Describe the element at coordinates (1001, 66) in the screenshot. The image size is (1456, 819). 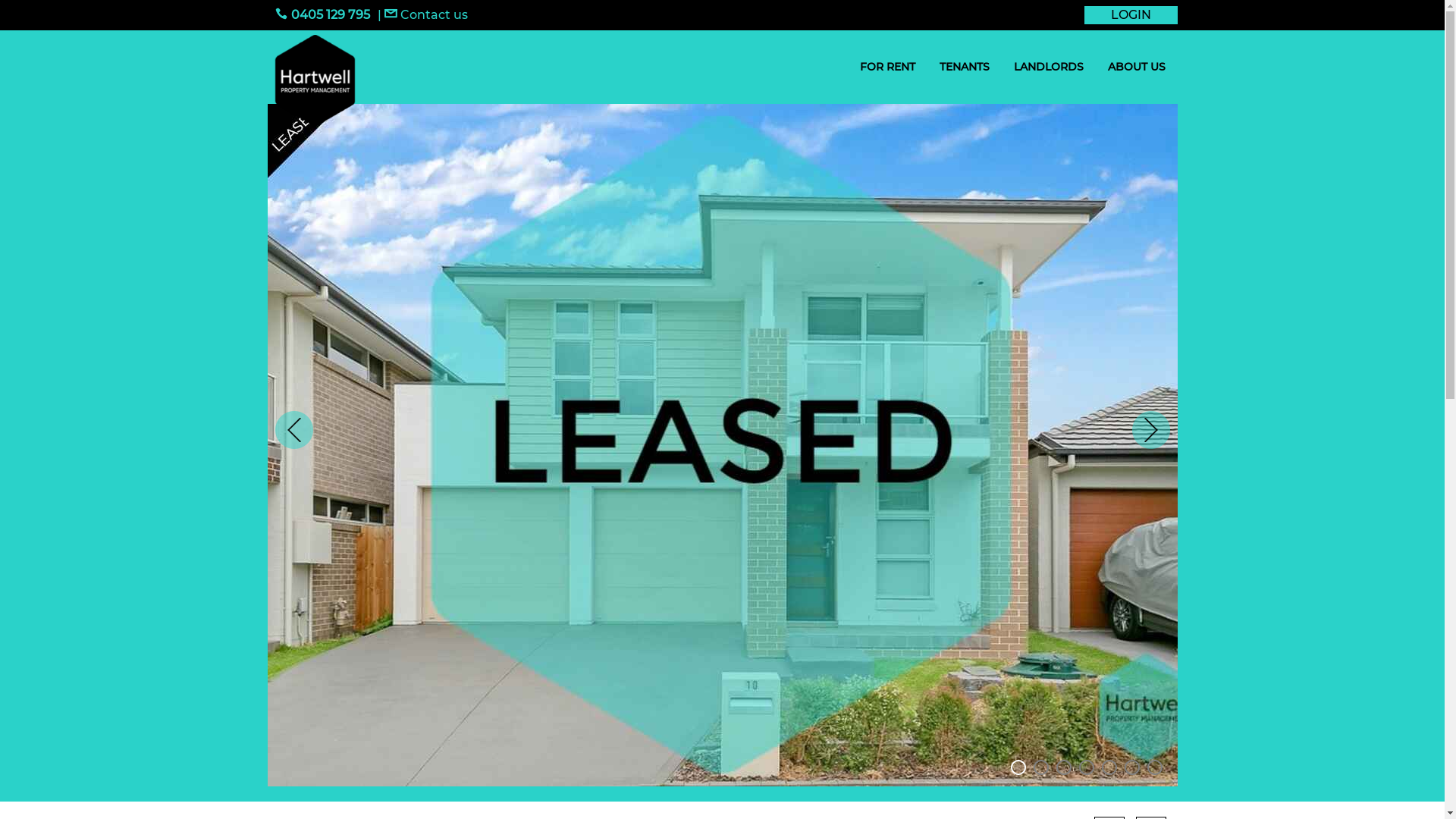
I see `'LANDLORDS'` at that location.